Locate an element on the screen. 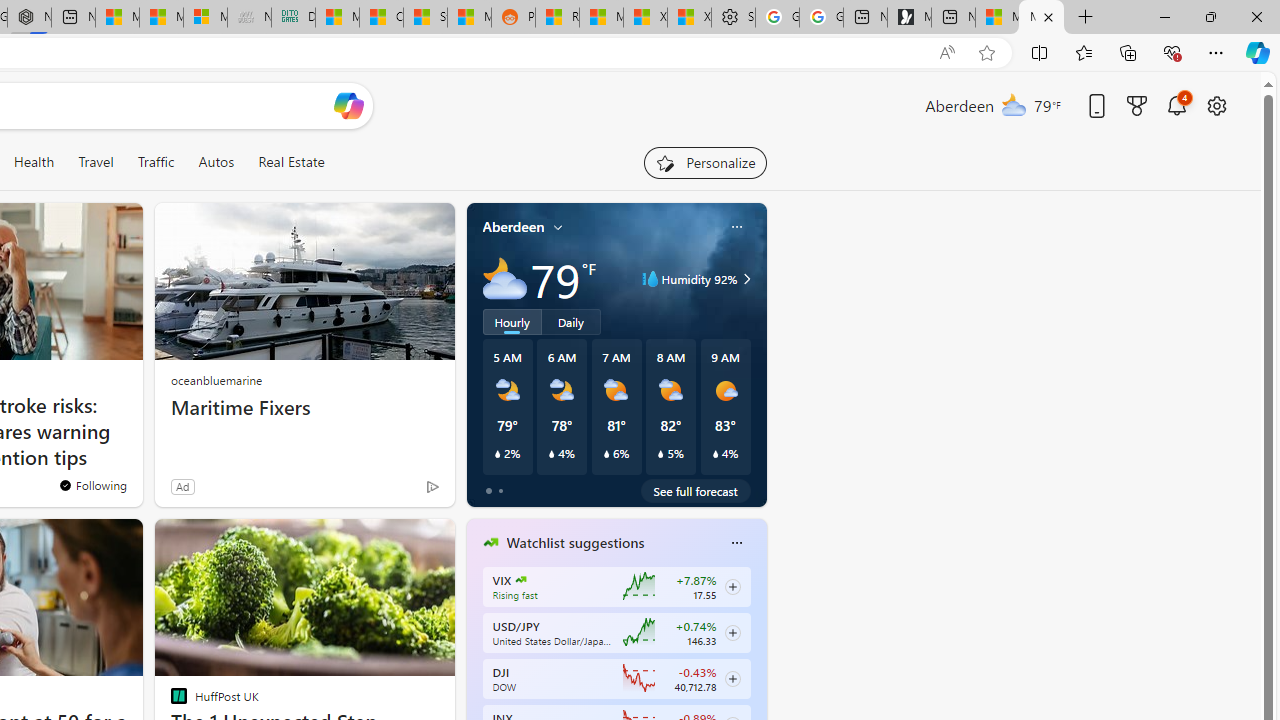 The image size is (1280, 720). 'You' is located at coordinates (91, 485).